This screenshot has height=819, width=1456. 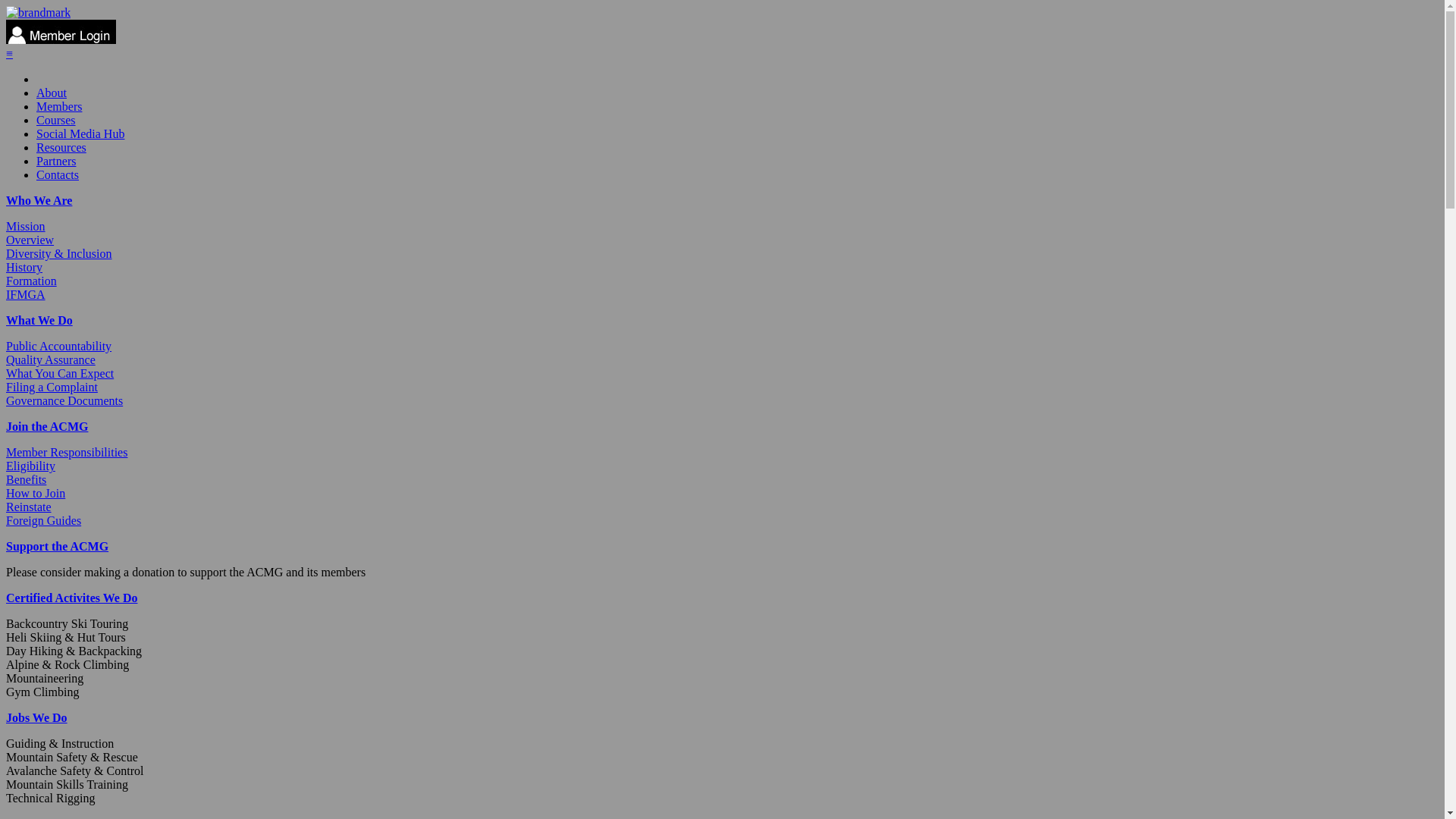 I want to click on 'How to Join', so click(x=36, y=493).